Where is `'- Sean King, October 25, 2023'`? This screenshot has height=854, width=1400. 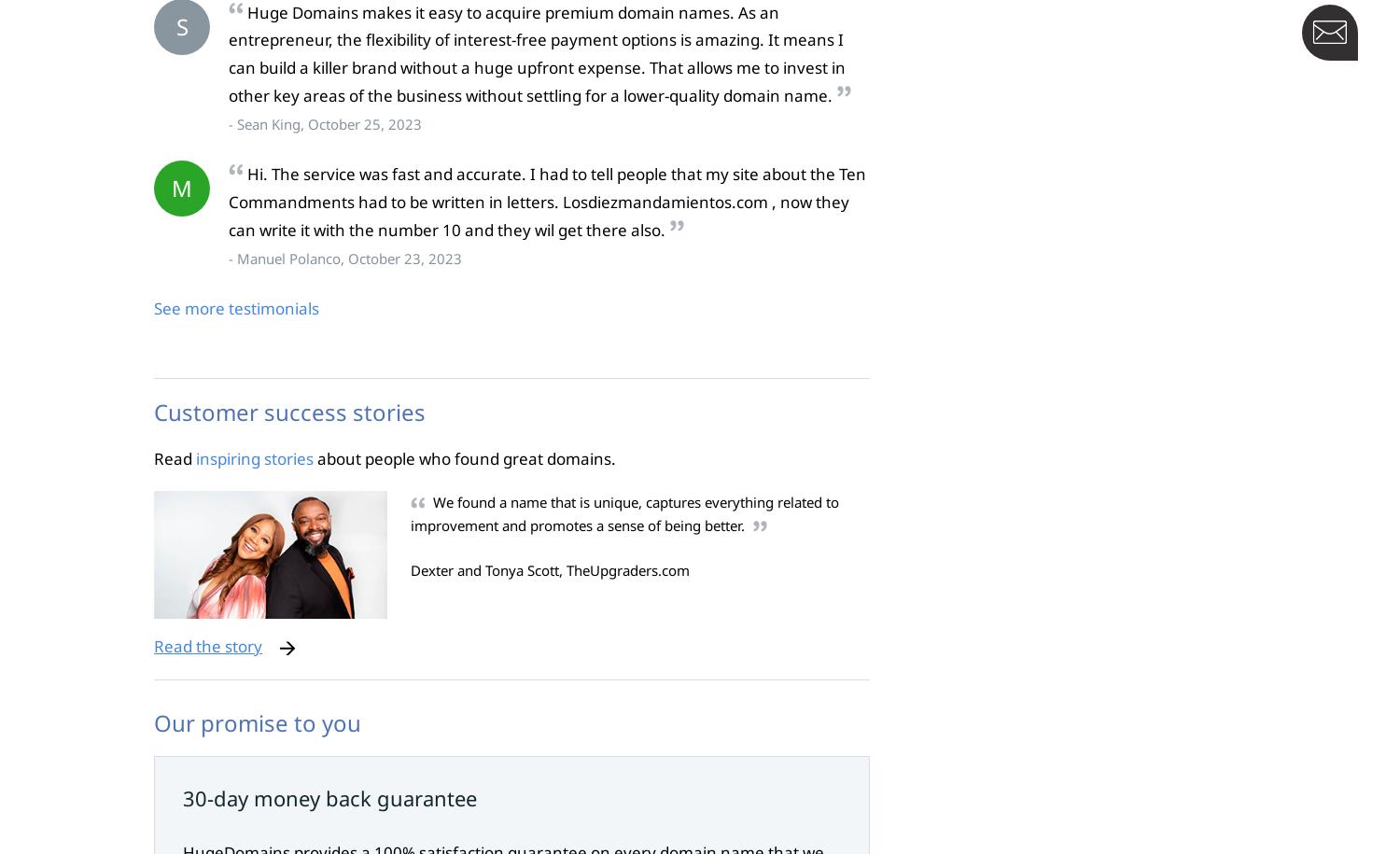 '- Sean King, October 25, 2023' is located at coordinates (324, 123).